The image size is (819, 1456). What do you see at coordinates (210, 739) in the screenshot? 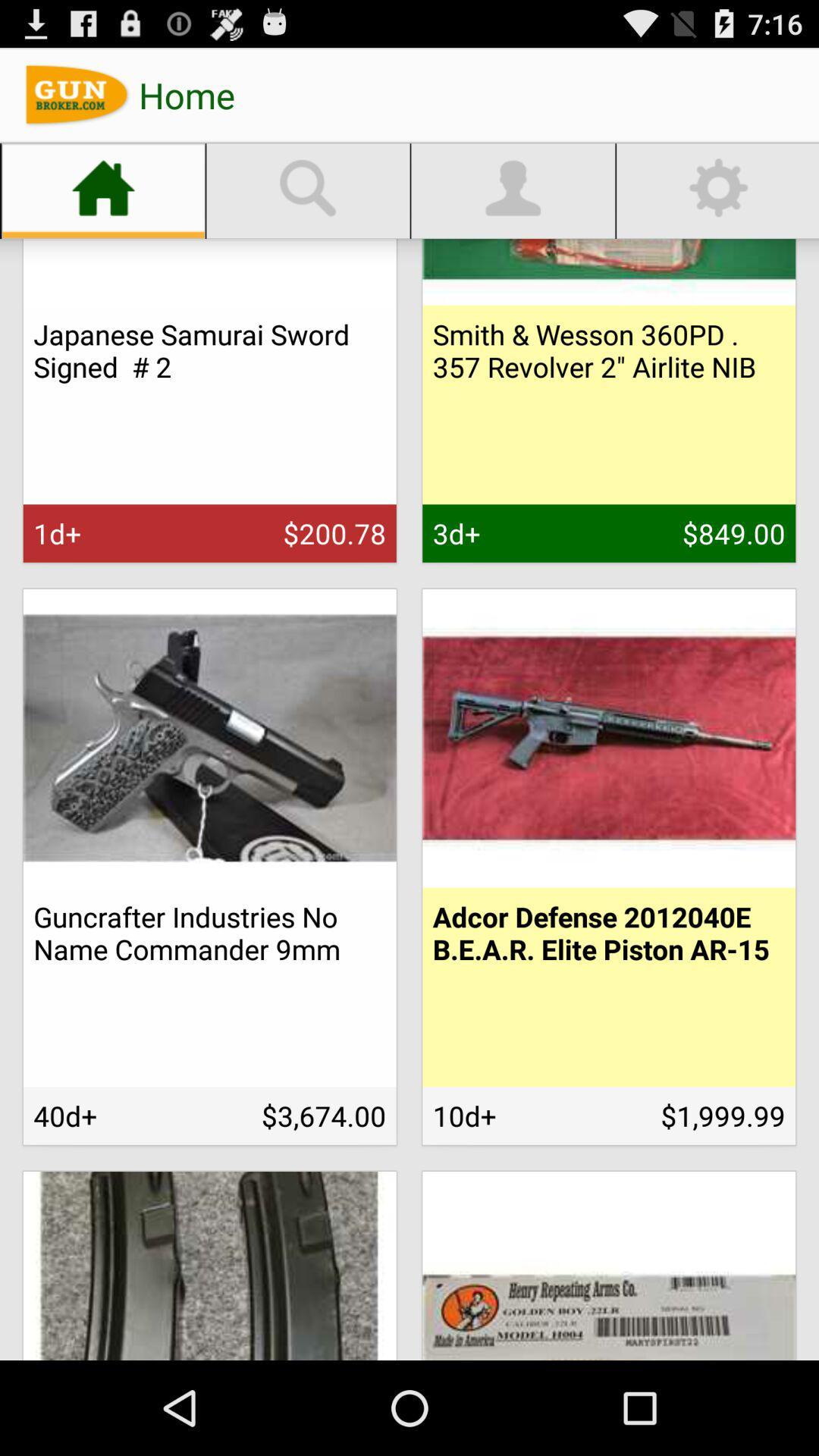
I see `2nd line 1st image` at bounding box center [210, 739].